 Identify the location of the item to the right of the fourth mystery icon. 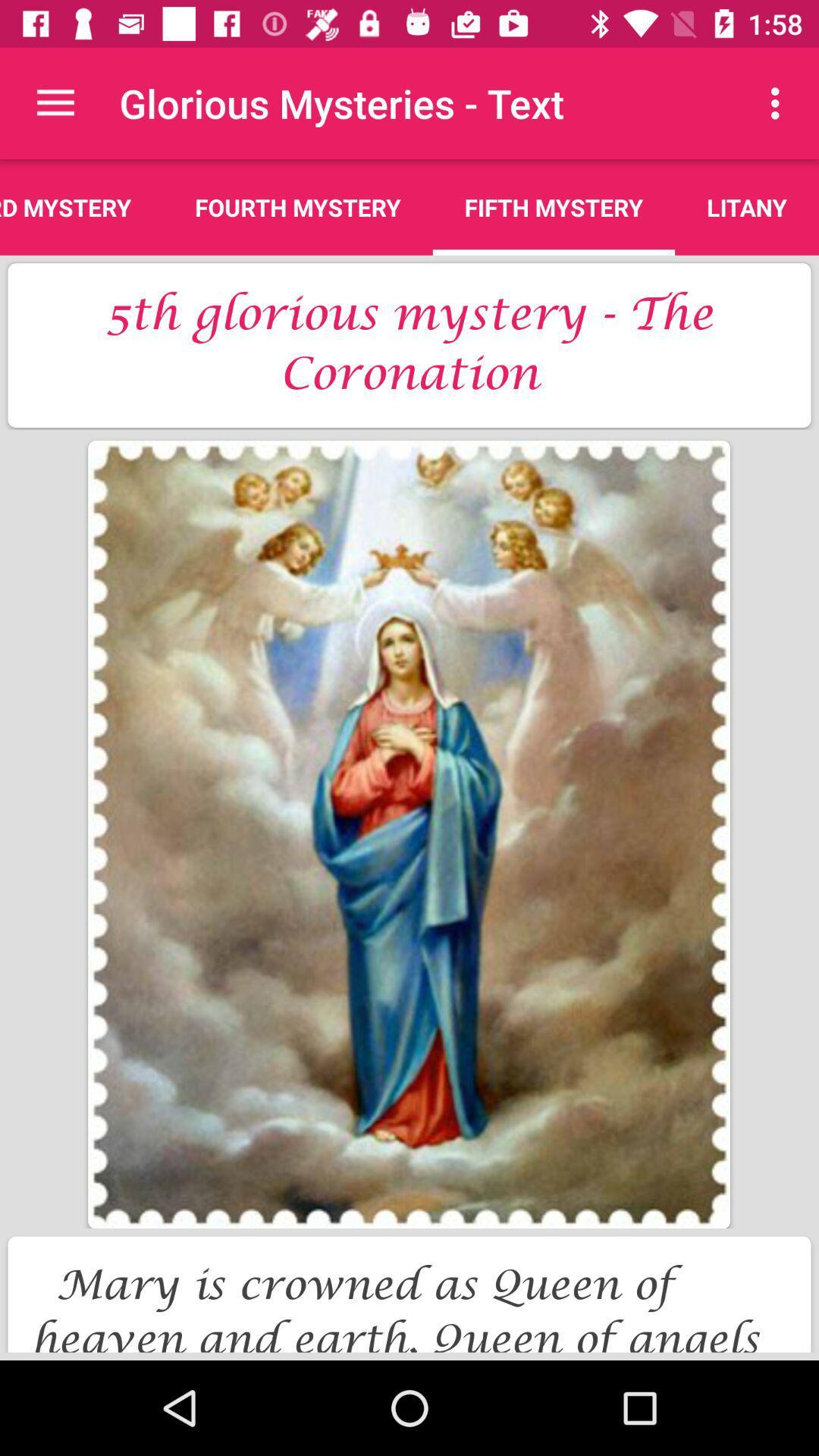
(554, 206).